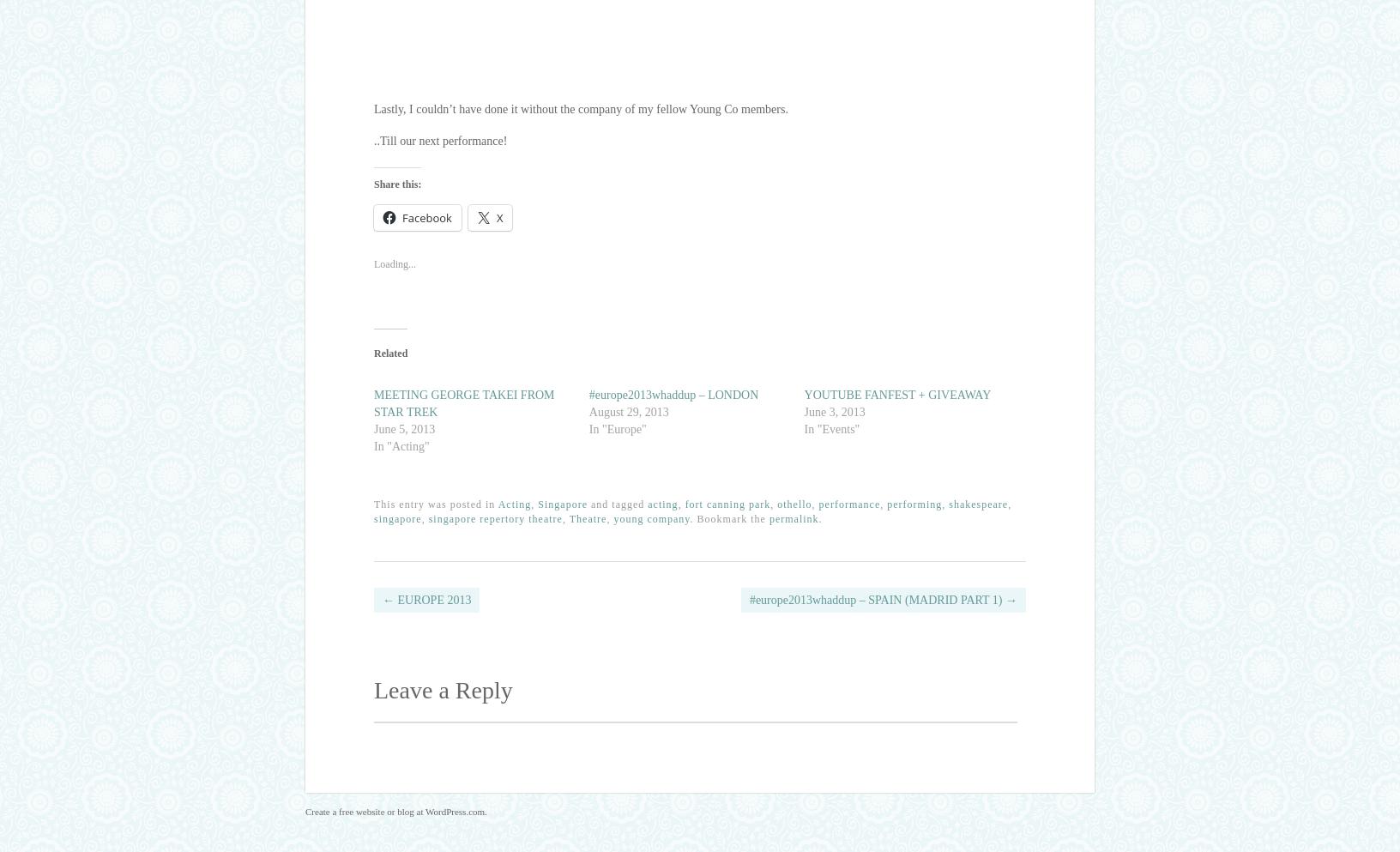 This screenshot has width=1400, height=852. What do you see at coordinates (469, 610) in the screenshot?
I see `'Post navigation'` at bounding box center [469, 610].